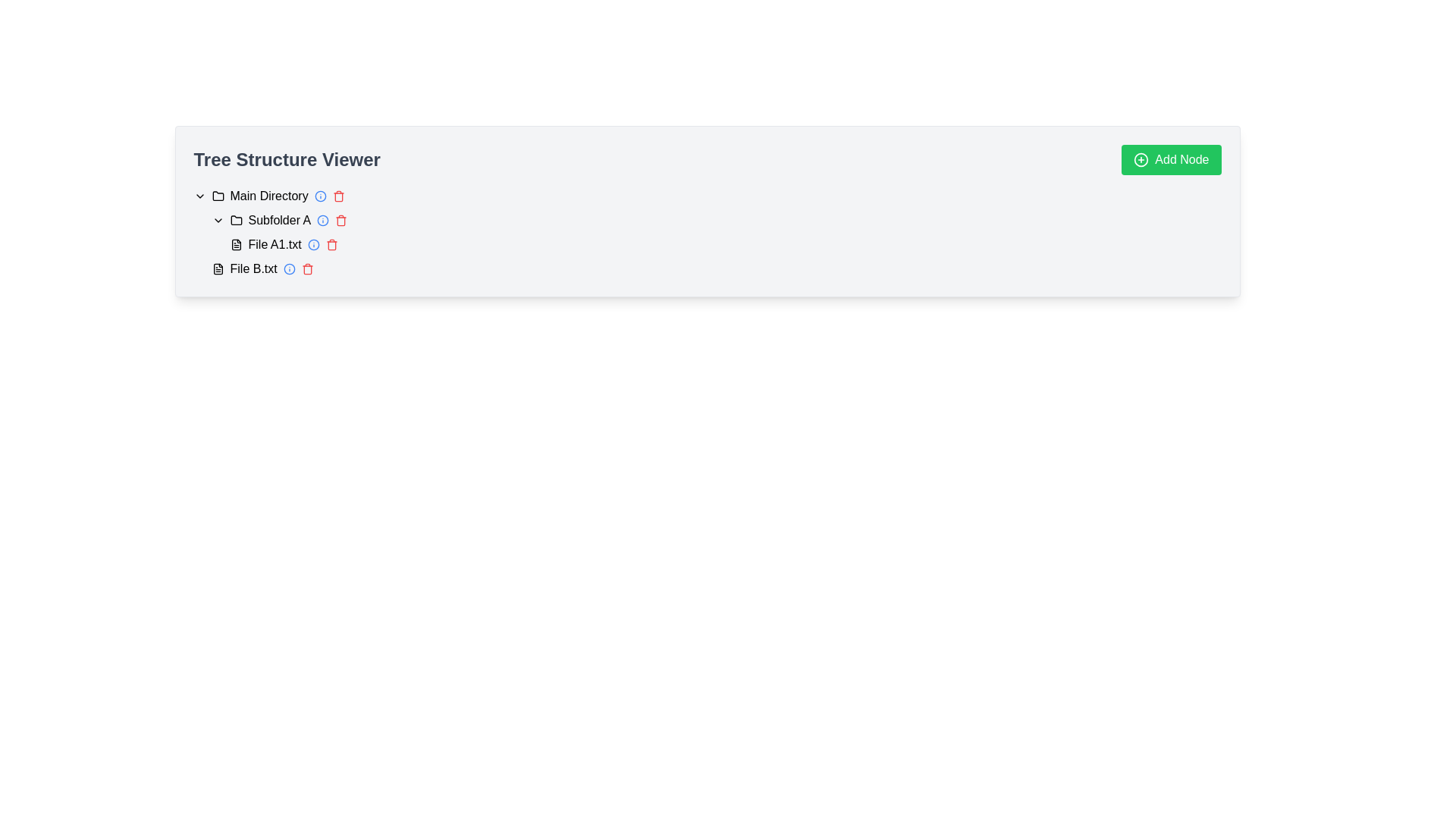  I want to click on the Folder icon, which is a small red vector graphic resembling a typical file folder, located adjacent, so click(235, 220).